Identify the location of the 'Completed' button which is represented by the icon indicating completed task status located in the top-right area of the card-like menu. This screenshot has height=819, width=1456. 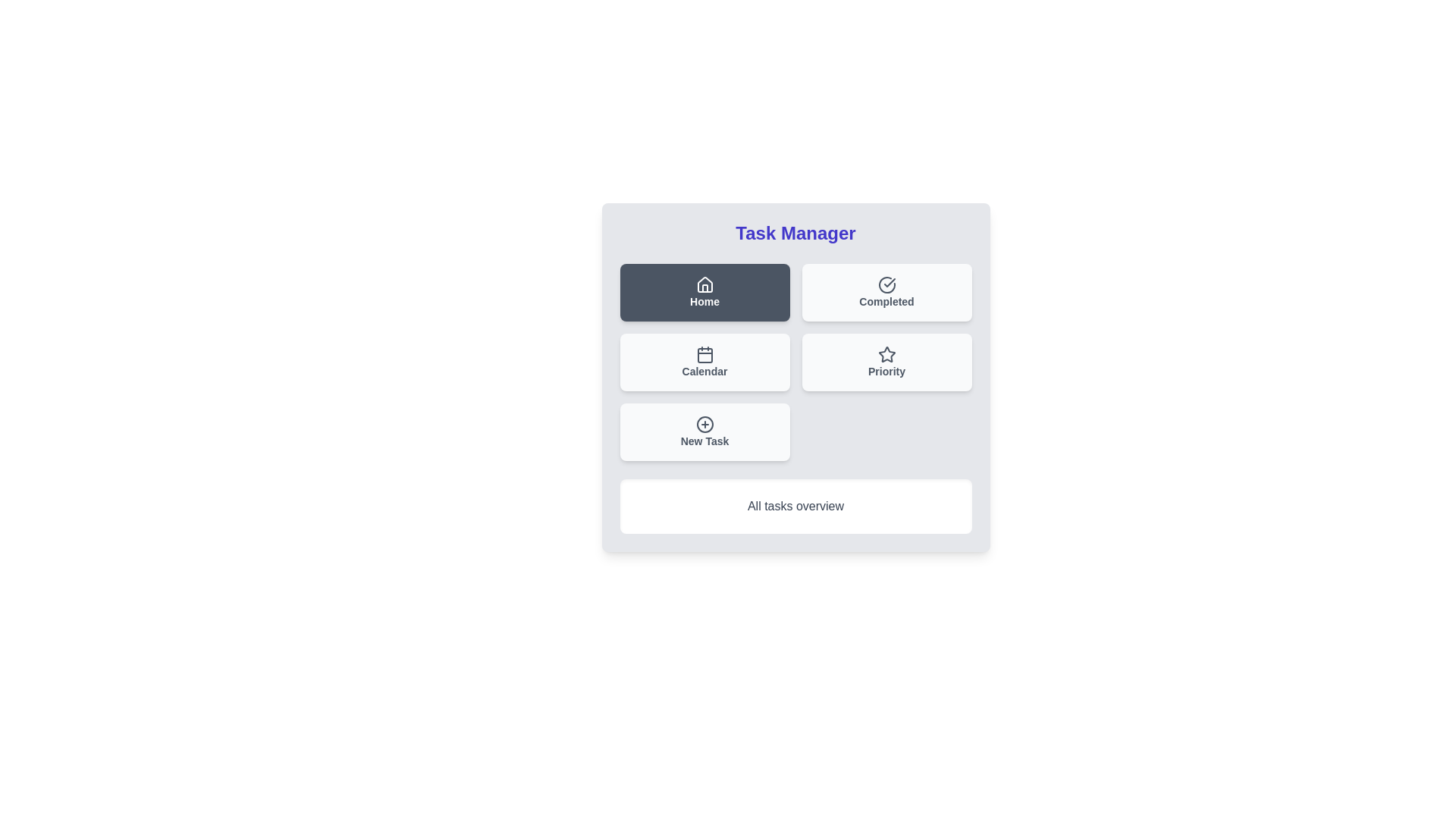
(886, 284).